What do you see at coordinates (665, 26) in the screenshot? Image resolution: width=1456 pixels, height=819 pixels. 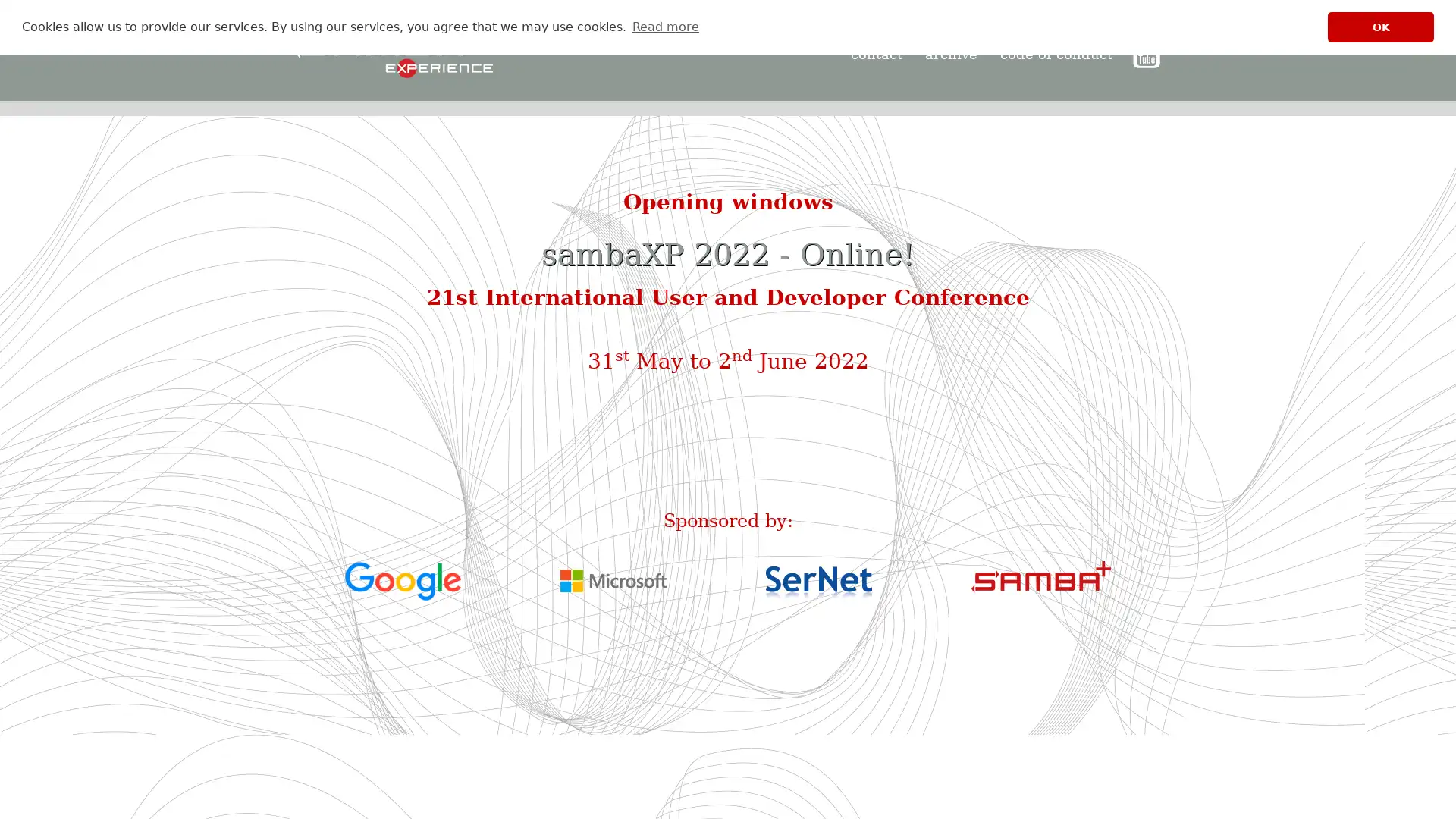 I see `learn more about cookies` at bounding box center [665, 26].